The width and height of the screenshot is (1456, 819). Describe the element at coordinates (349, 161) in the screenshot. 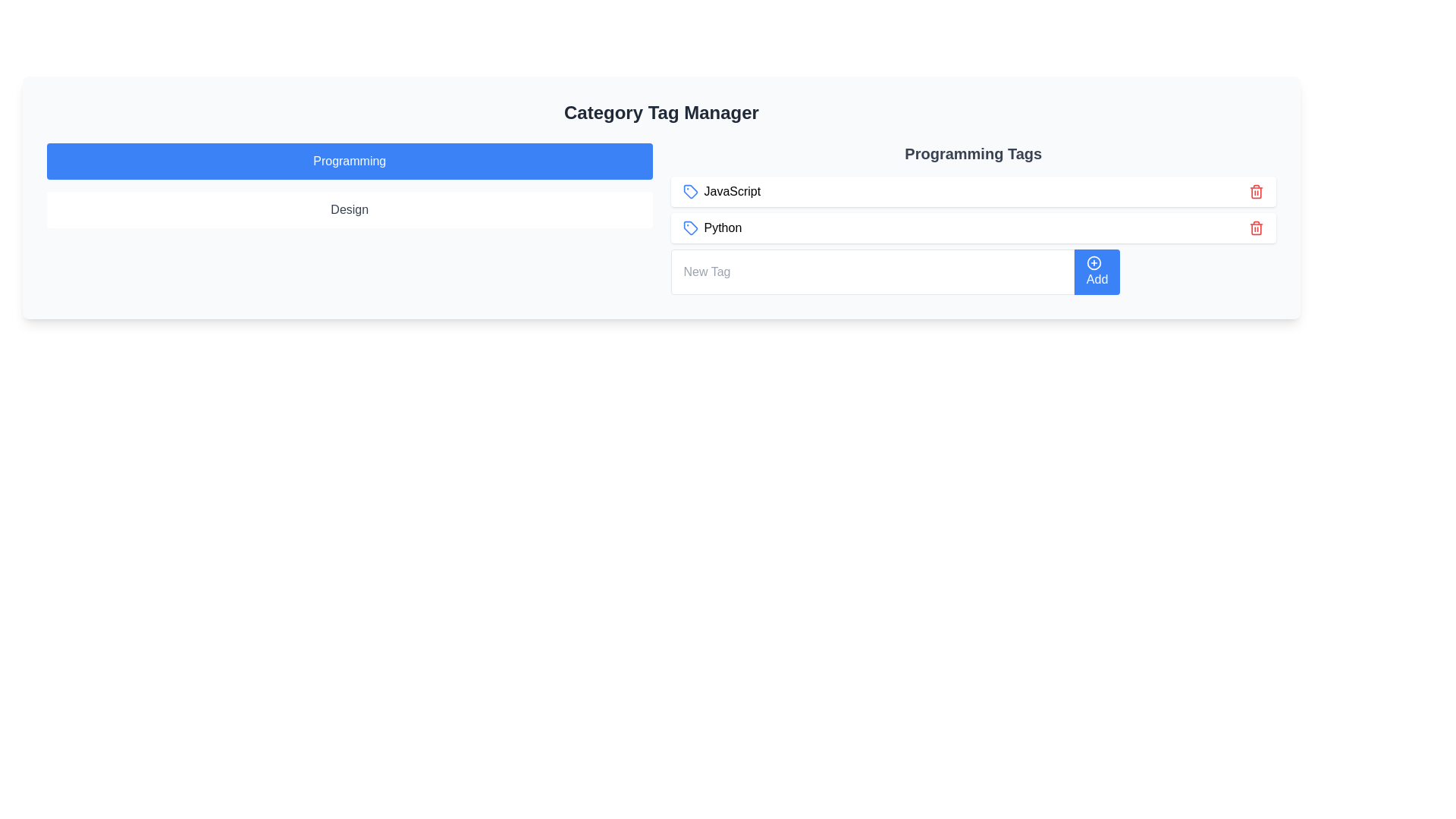

I see `the blue button labeled 'Programming'` at that location.